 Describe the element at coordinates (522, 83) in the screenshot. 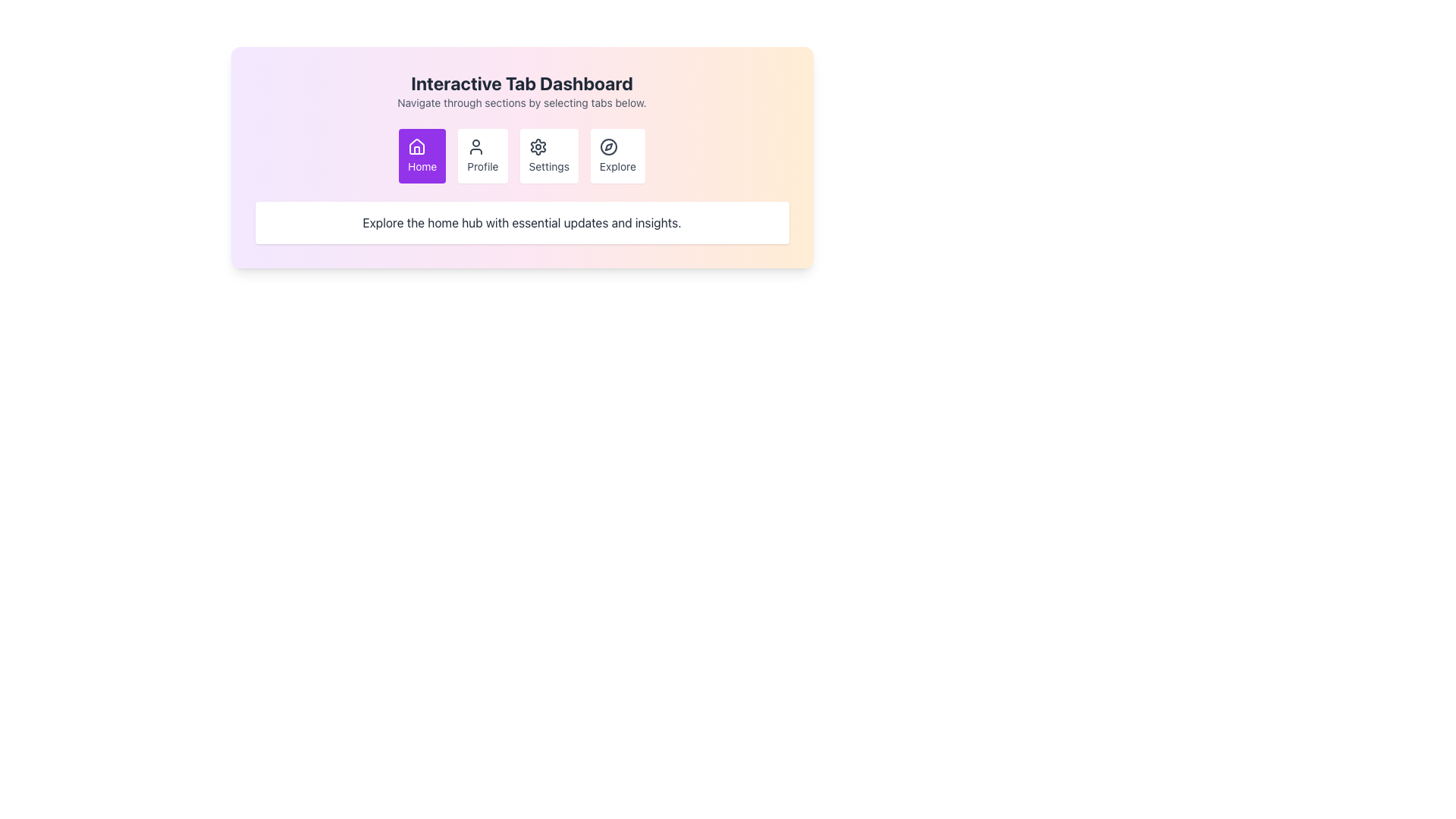

I see `the bold header text 'Interactive Tab Dashboard'` at that location.